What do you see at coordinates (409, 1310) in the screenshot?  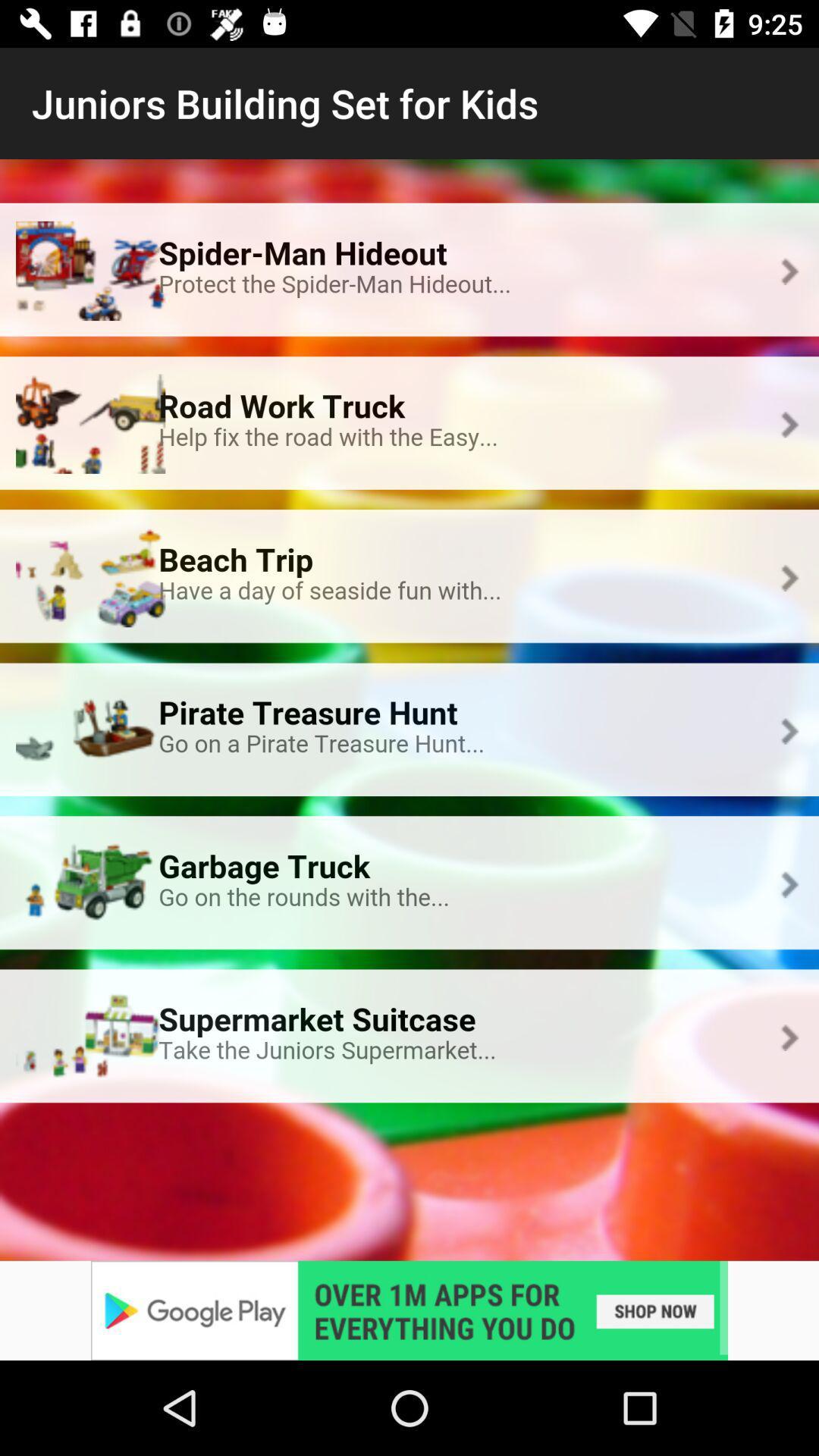 I see `advertisement` at bounding box center [409, 1310].